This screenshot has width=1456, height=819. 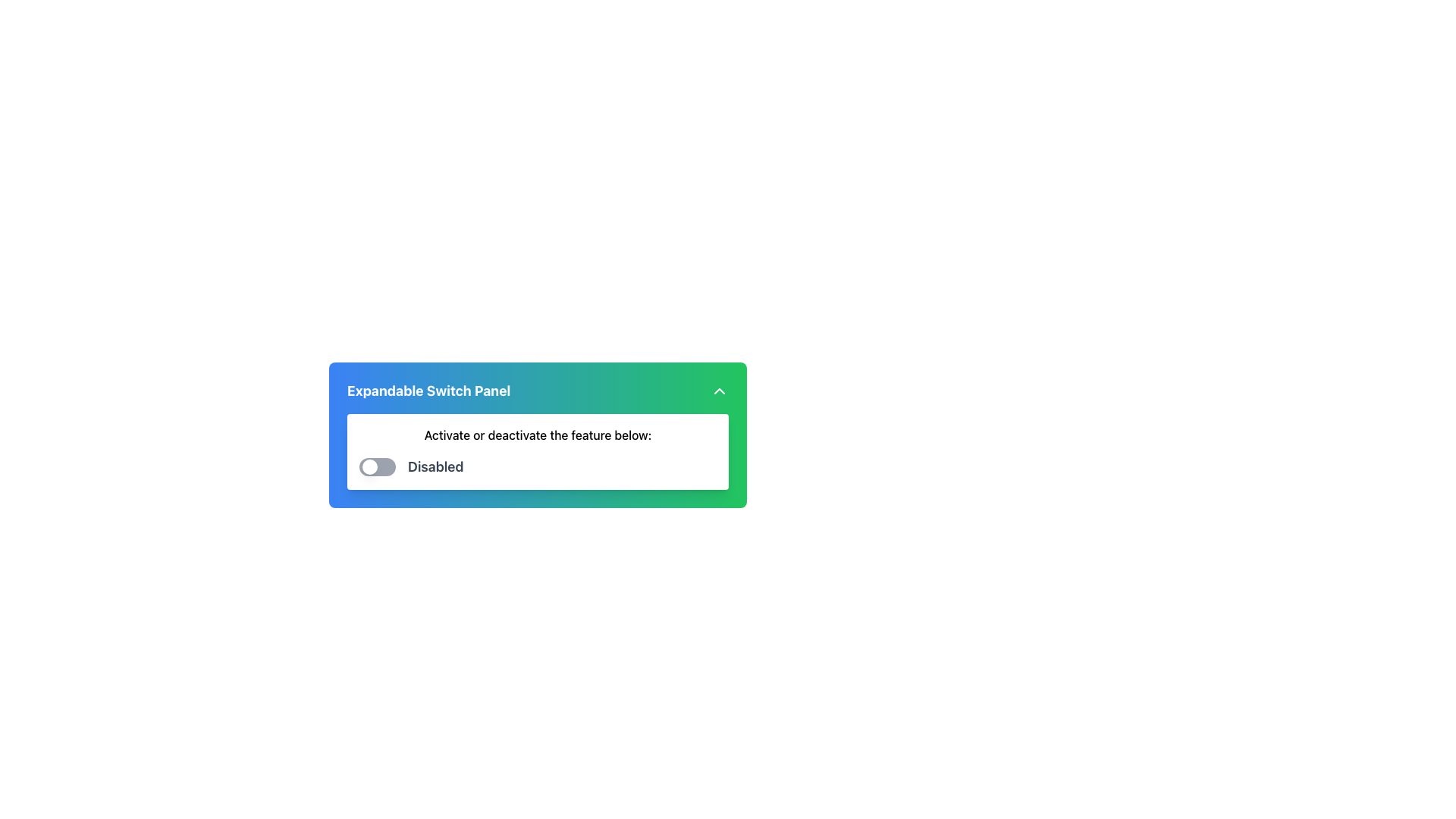 I want to click on the Text Label that identifies the purpose of the expandable panel component located at the top-left corner of the panel, so click(x=428, y=391).